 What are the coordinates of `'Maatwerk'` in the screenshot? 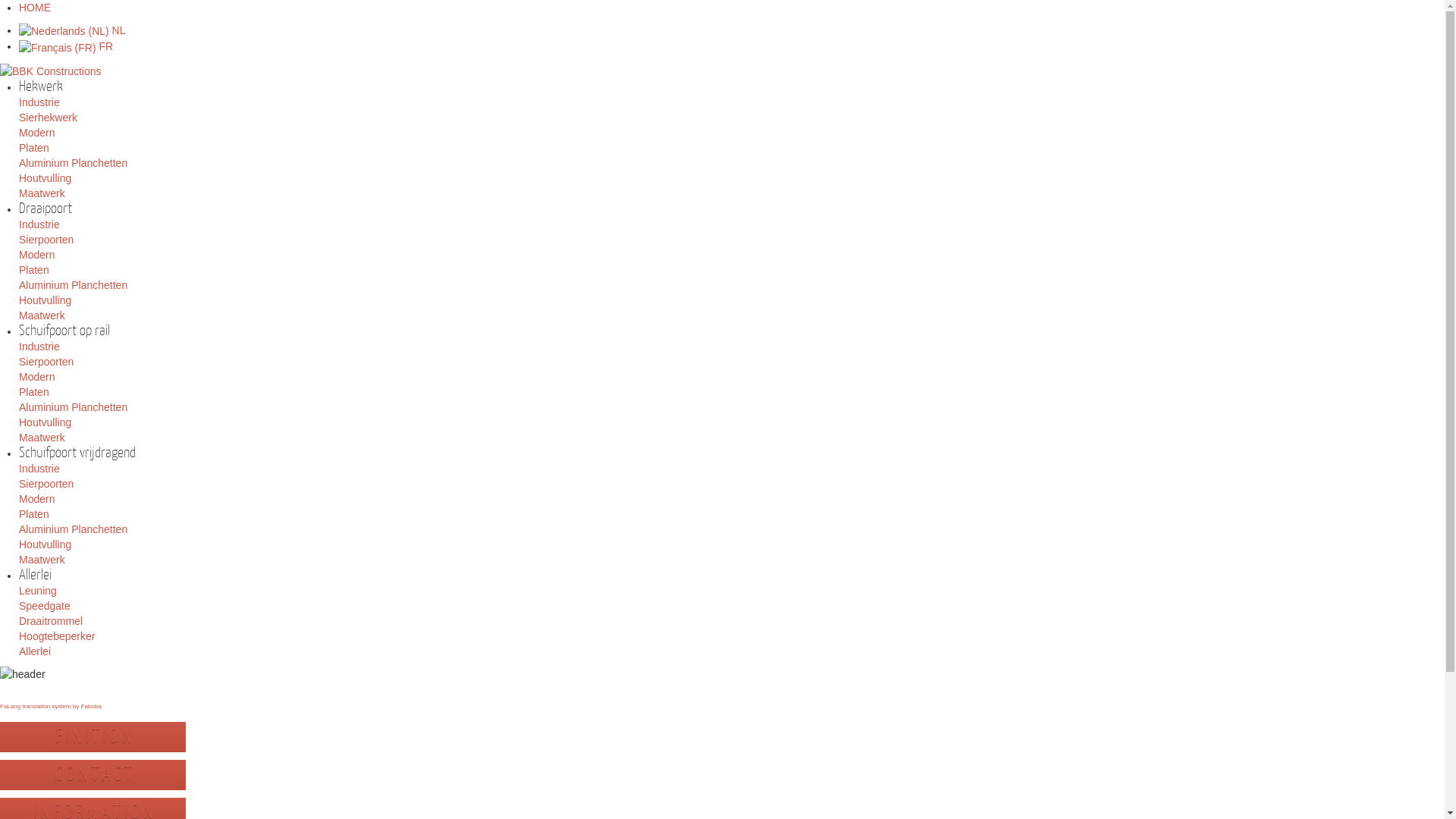 It's located at (18, 192).